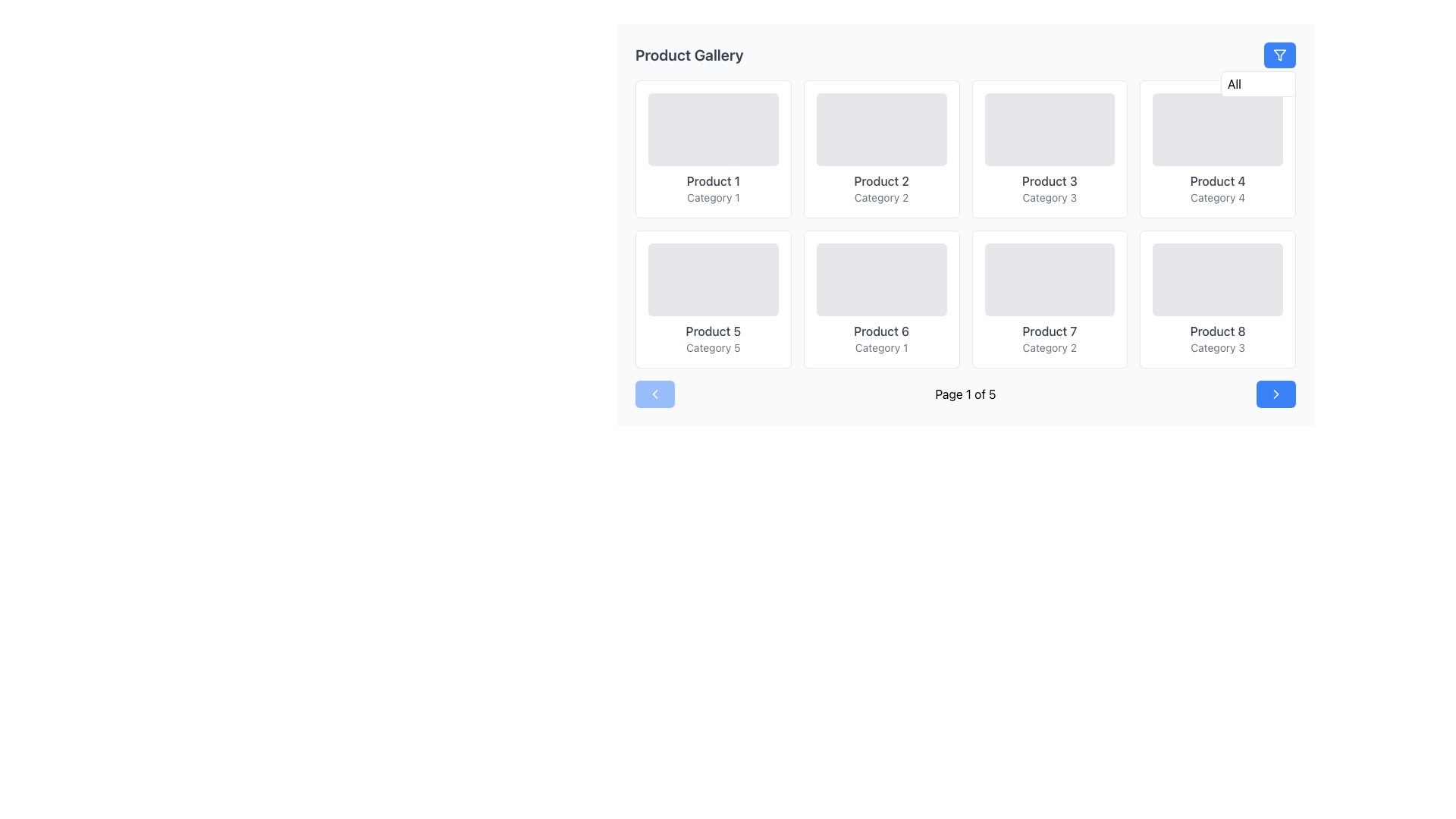  What do you see at coordinates (1218, 348) in the screenshot?
I see `the text label displaying 'Category 3', which is styled in light gray color and located below 'Product 8' within a bordered card layout` at bounding box center [1218, 348].